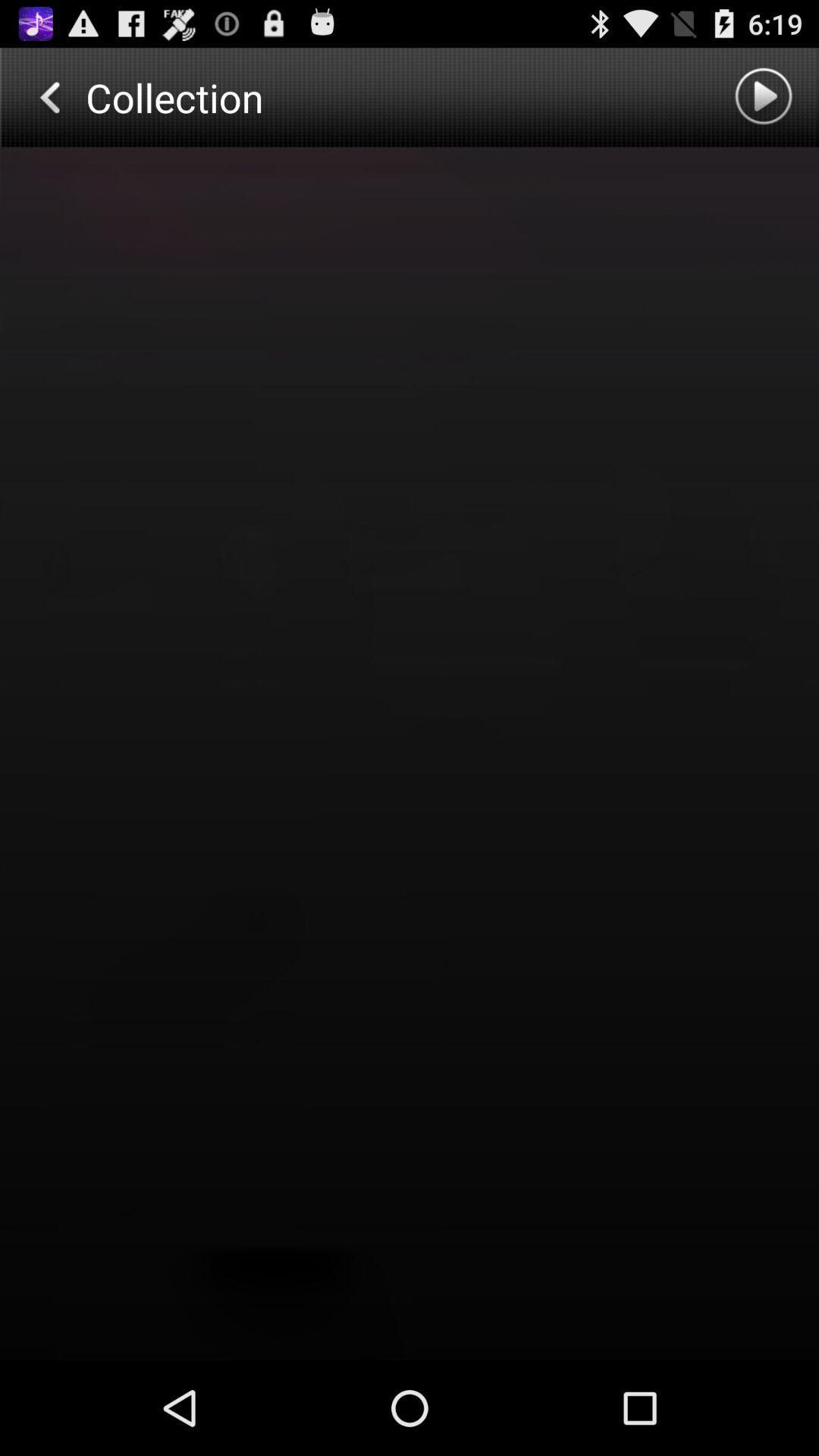 The width and height of the screenshot is (819, 1456). What do you see at coordinates (48, 96) in the screenshot?
I see `previous page` at bounding box center [48, 96].